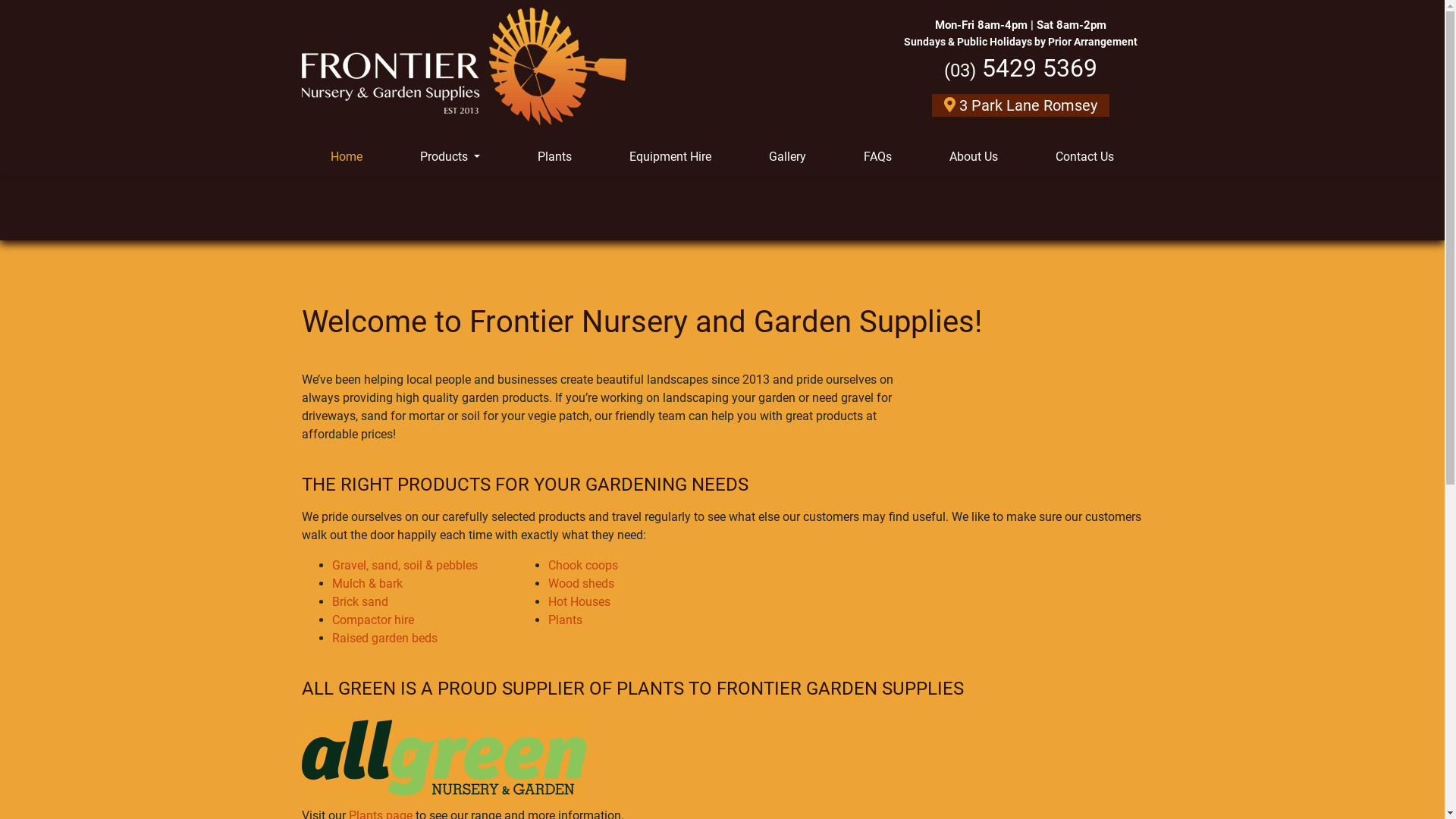 The width and height of the screenshot is (1456, 819). Describe the element at coordinates (345, 157) in the screenshot. I see `'Home'` at that location.